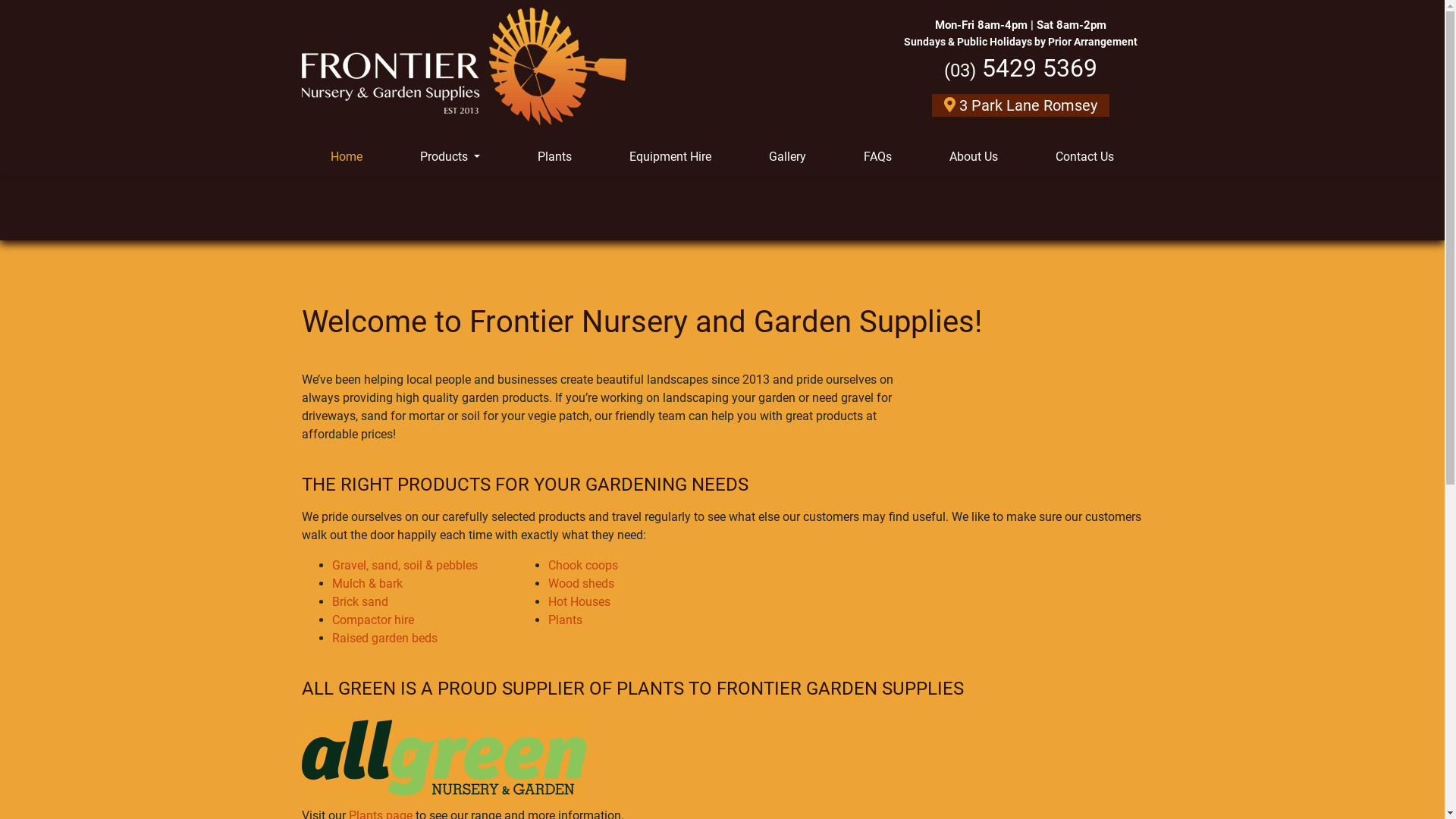 The width and height of the screenshot is (1456, 819). Describe the element at coordinates (345, 157) in the screenshot. I see `'Home'` at that location.